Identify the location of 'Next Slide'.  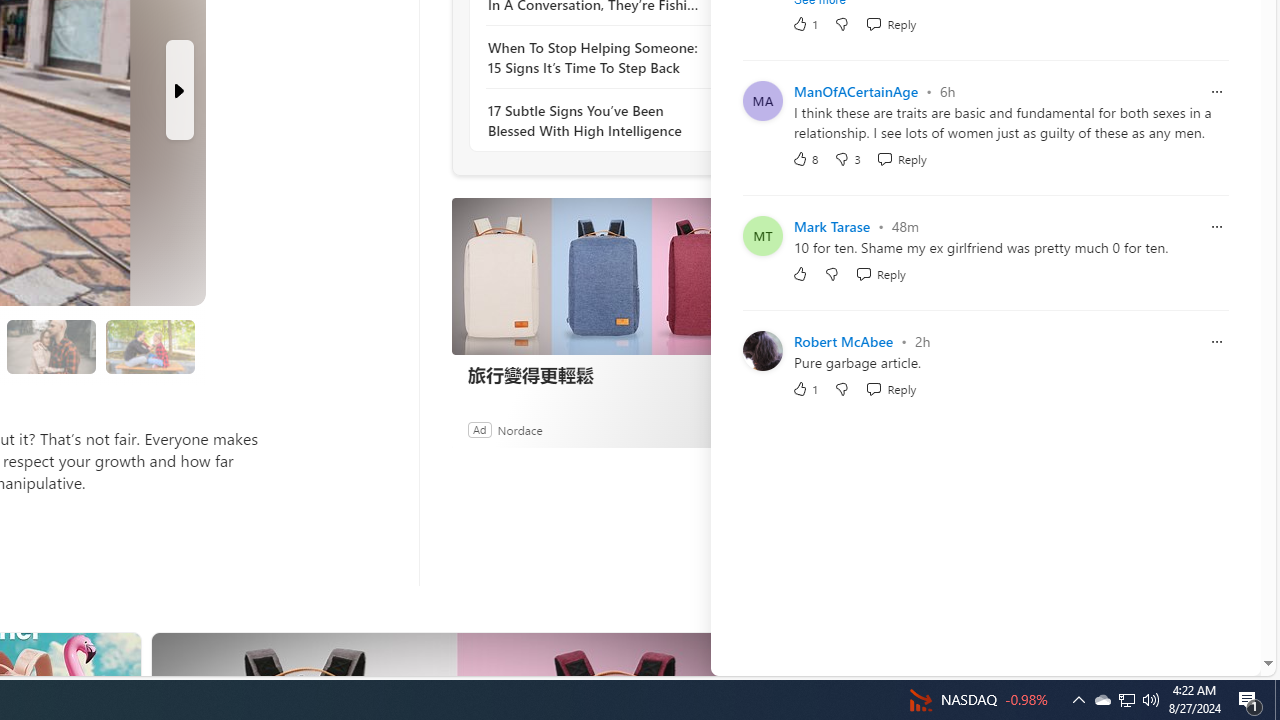
(179, 90).